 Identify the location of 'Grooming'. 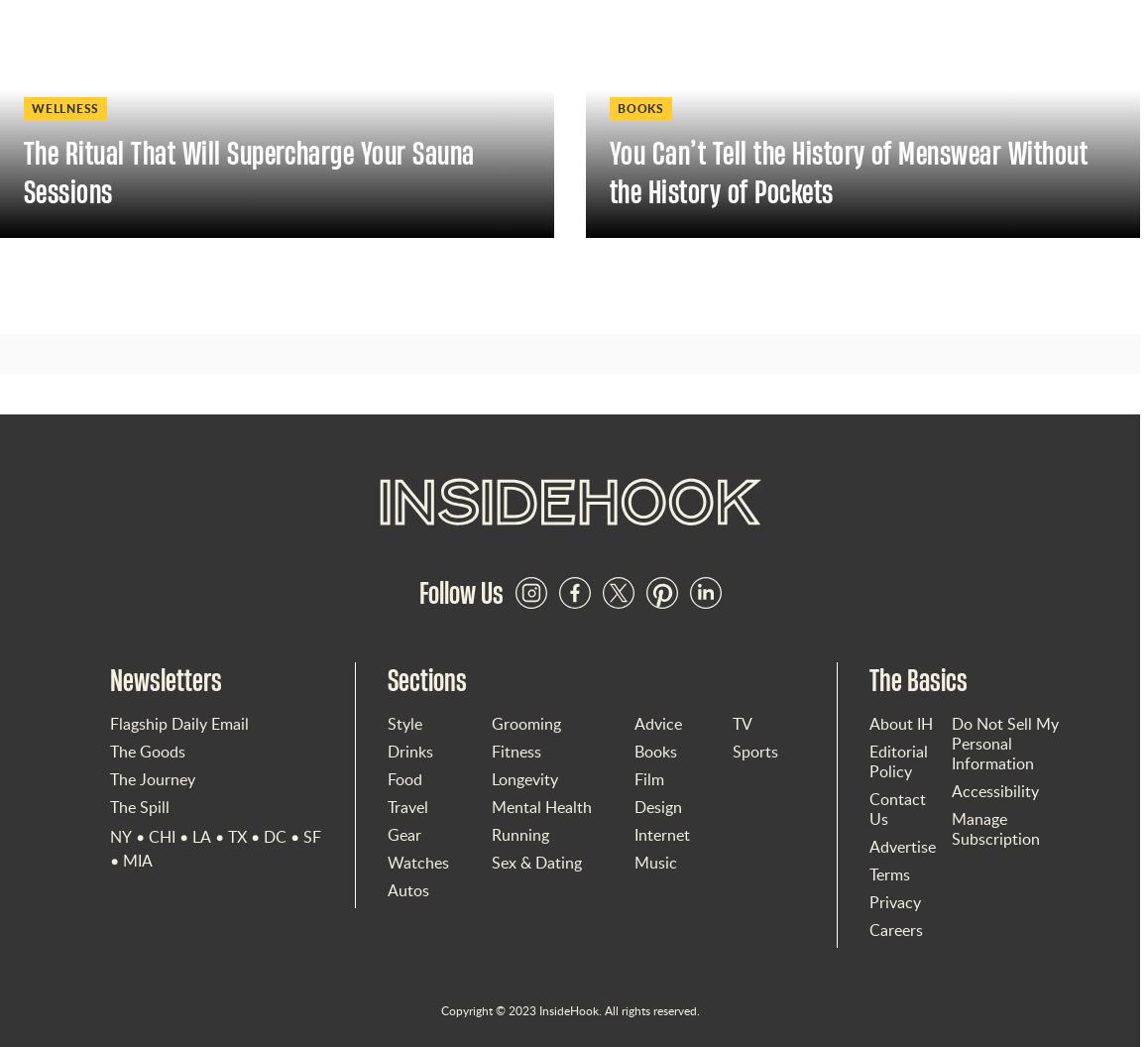
(490, 723).